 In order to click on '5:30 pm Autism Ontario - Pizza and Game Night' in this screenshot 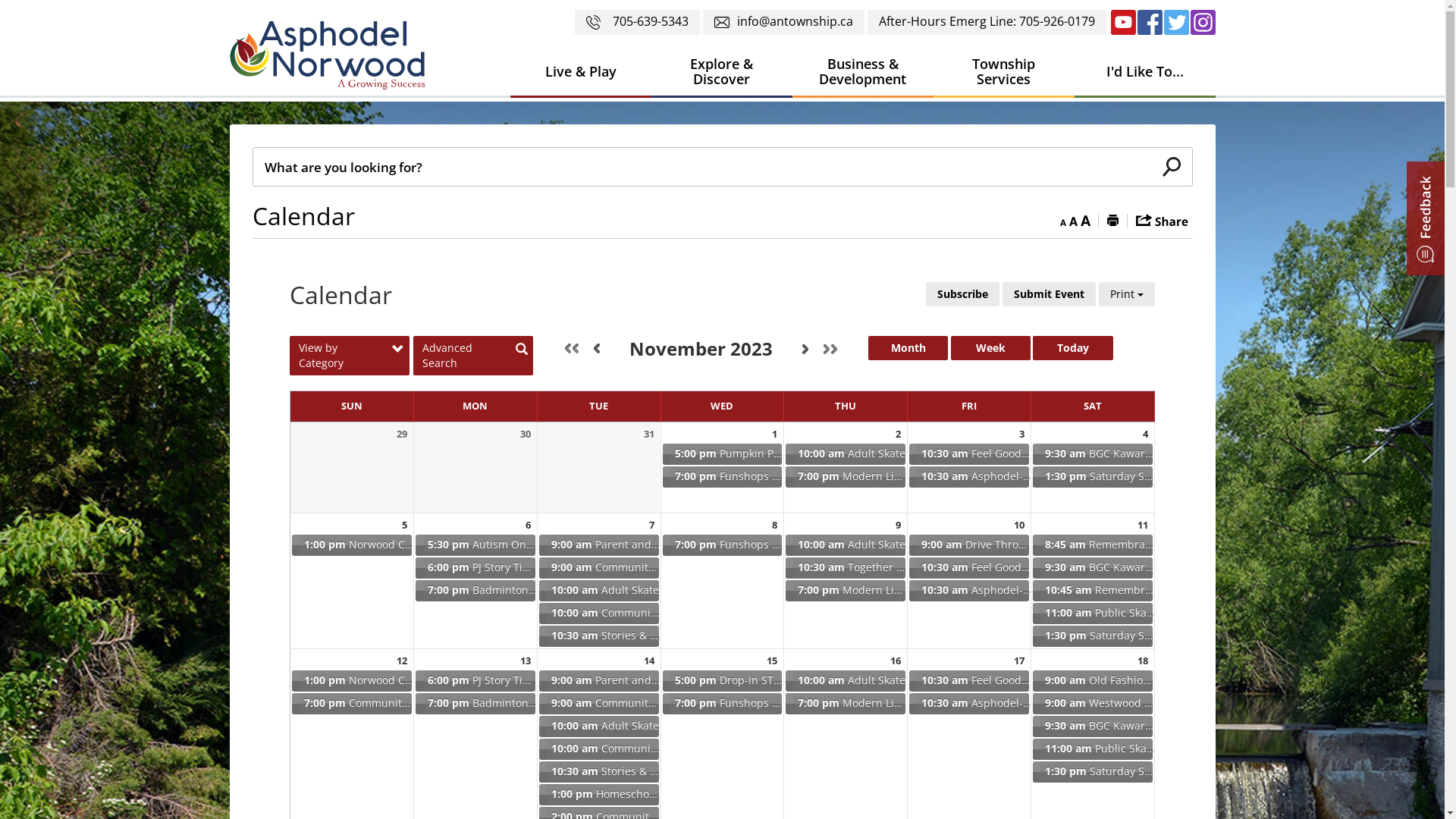, I will do `click(475, 544)`.